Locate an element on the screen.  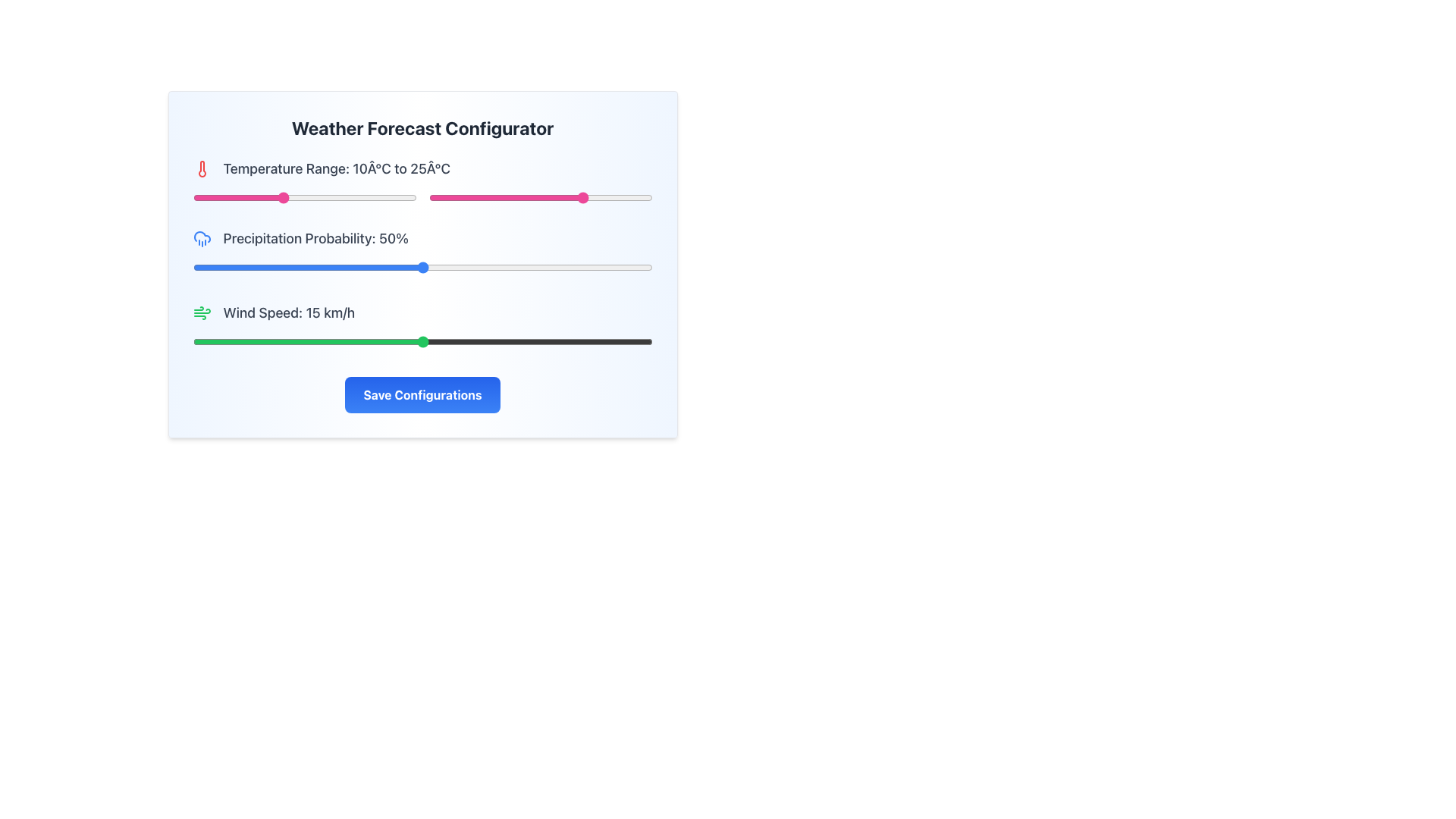
the precipitation probability is located at coordinates (404, 267).